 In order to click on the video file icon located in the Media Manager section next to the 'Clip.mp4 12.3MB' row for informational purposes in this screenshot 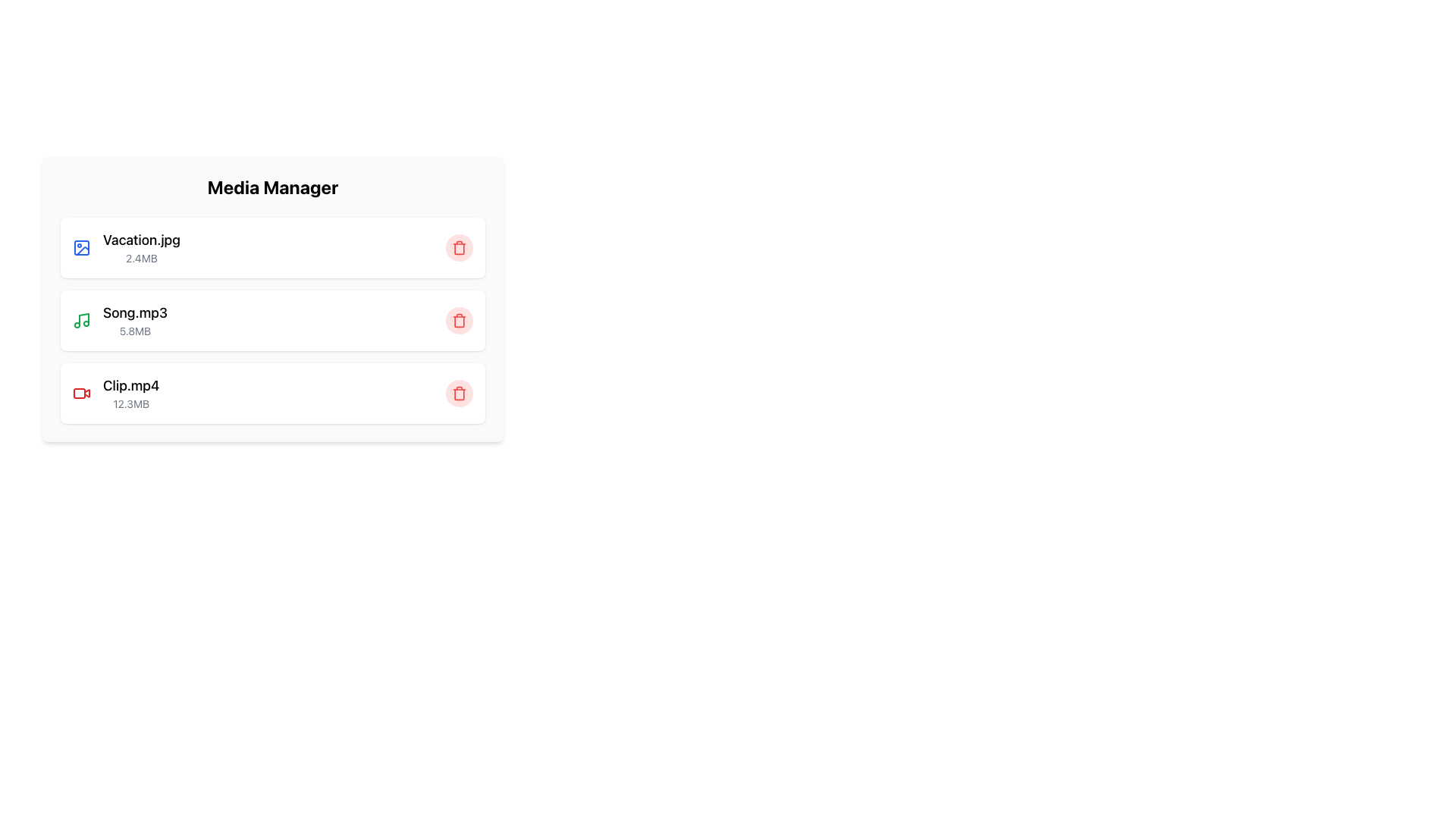, I will do `click(81, 393)`.